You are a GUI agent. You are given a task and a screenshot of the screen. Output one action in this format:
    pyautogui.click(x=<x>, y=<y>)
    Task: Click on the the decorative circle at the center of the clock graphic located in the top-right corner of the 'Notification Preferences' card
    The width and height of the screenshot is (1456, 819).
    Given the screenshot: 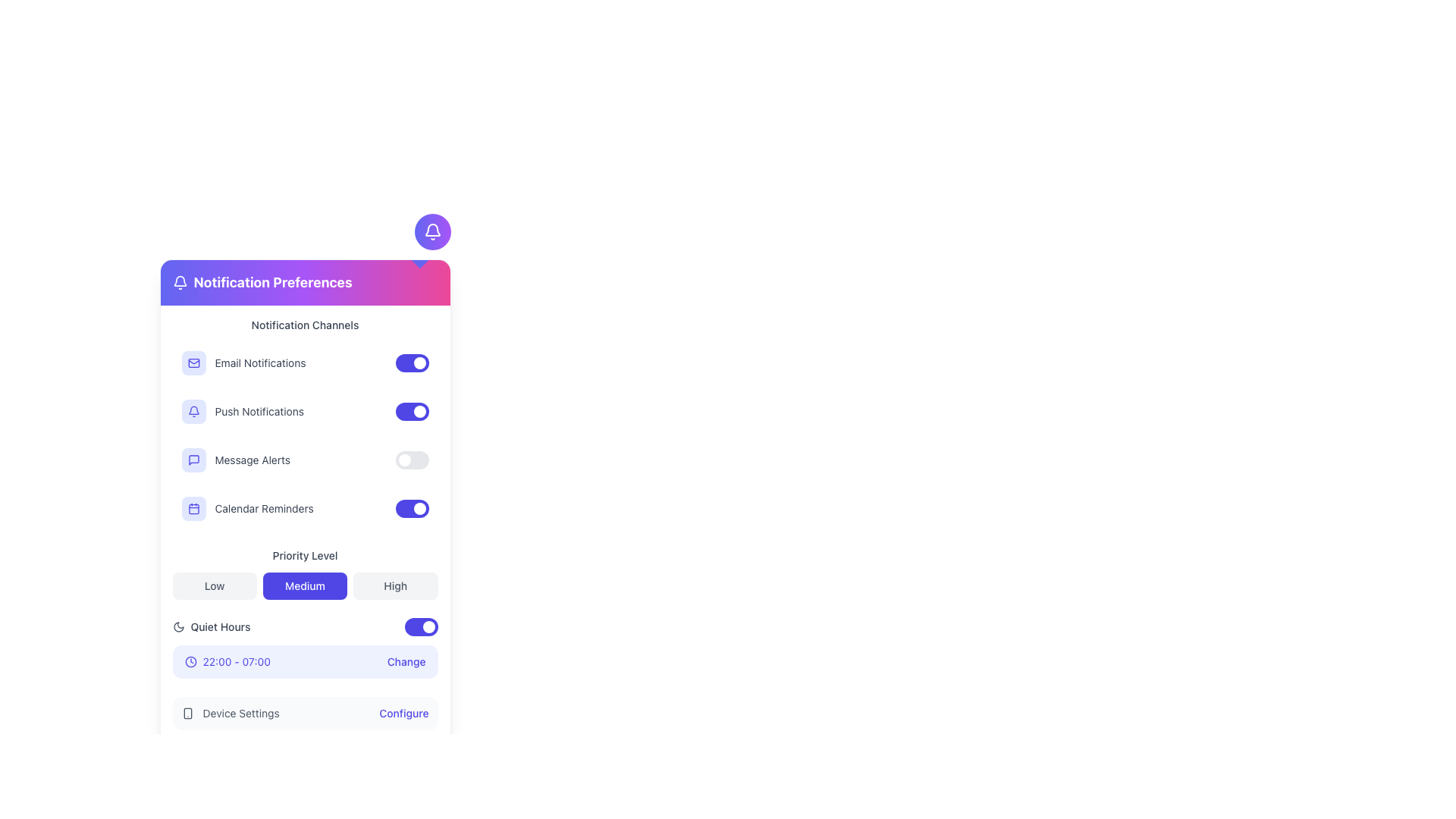 What is the action you would take?
    pyautogui.click(x=190, y=661)
    